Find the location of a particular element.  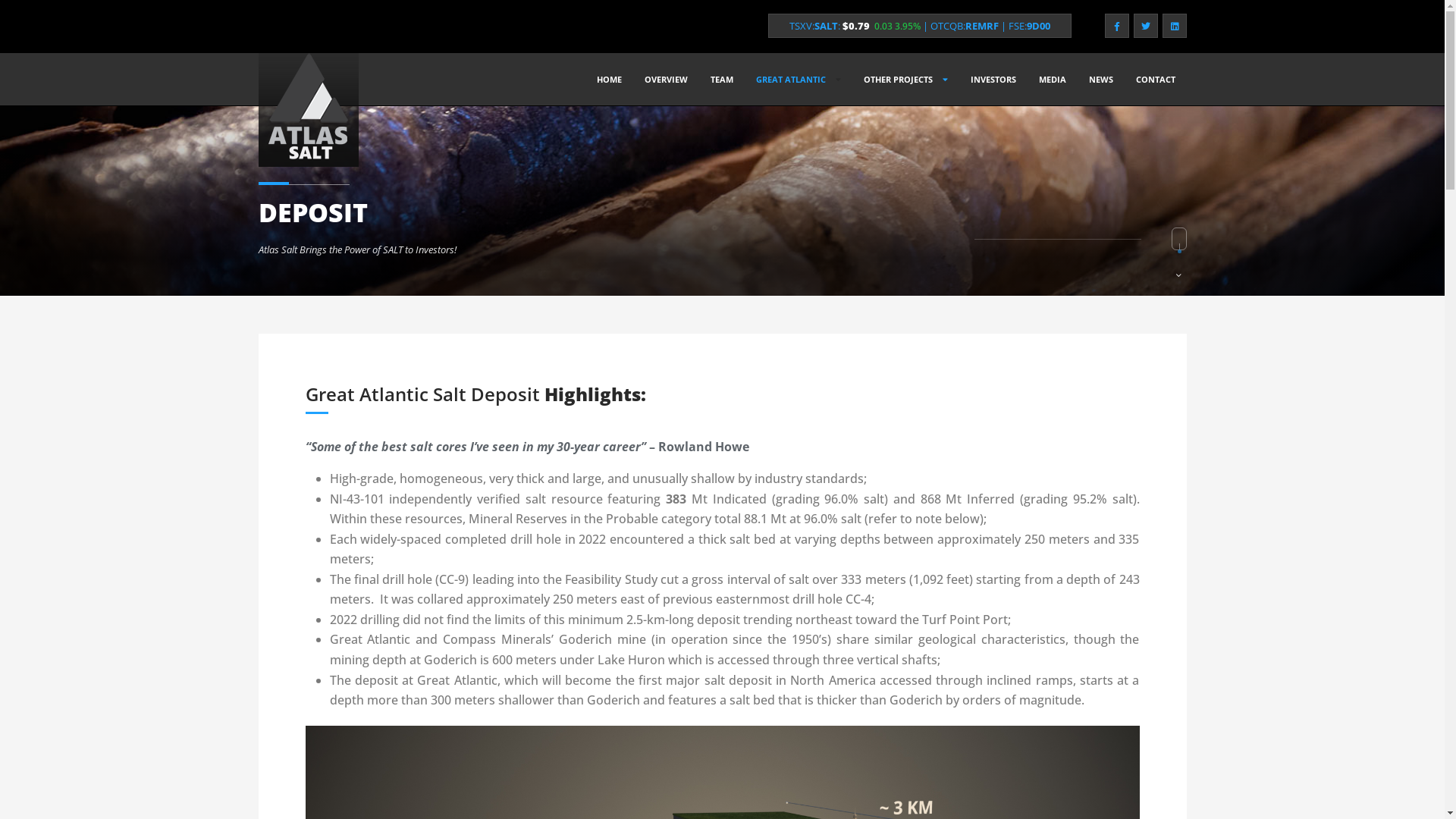

'MEDIA' is located at coordinates (1051, 79).